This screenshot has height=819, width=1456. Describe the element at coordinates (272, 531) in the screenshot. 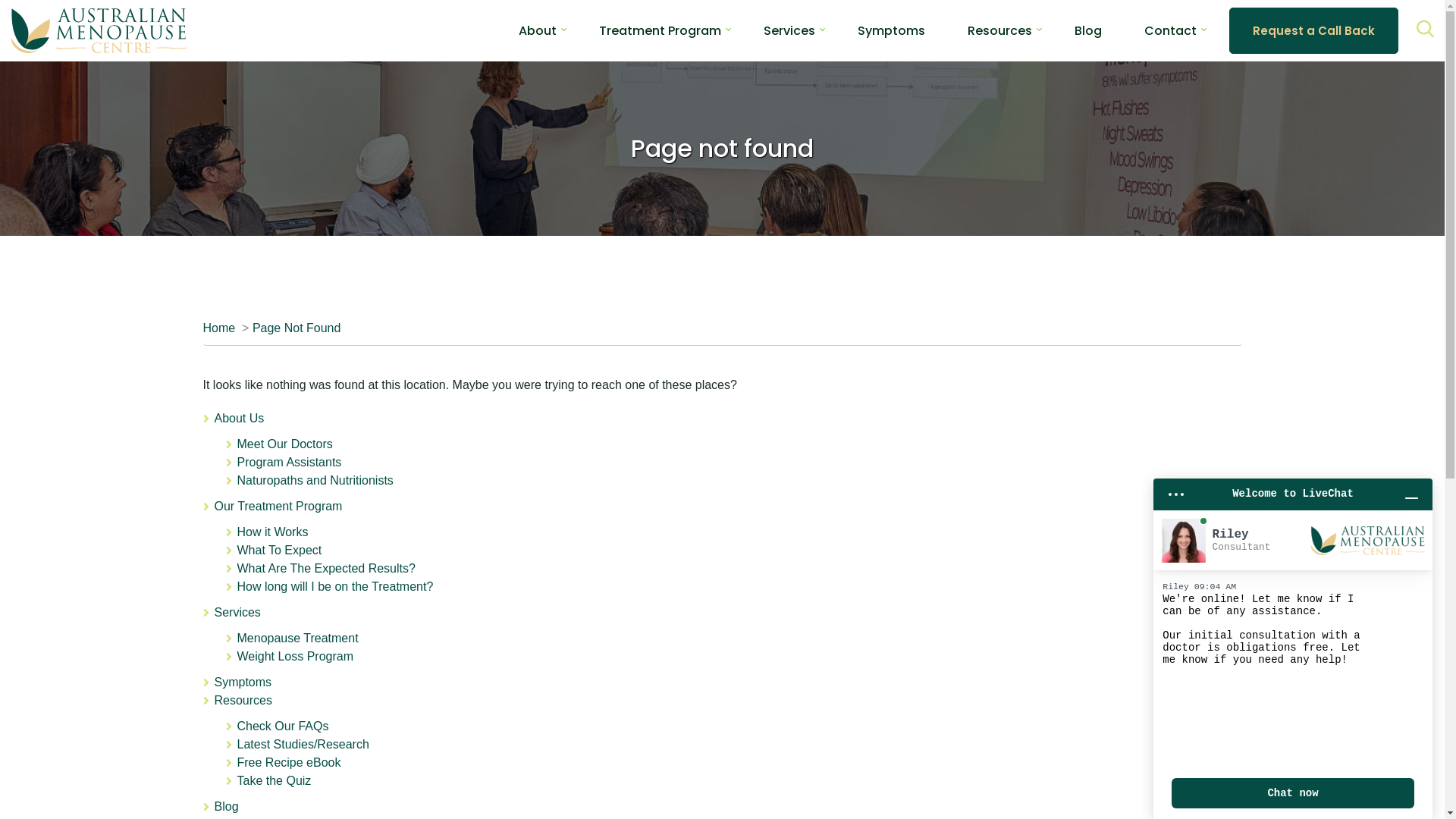

I see `'How it Works'` at that location.